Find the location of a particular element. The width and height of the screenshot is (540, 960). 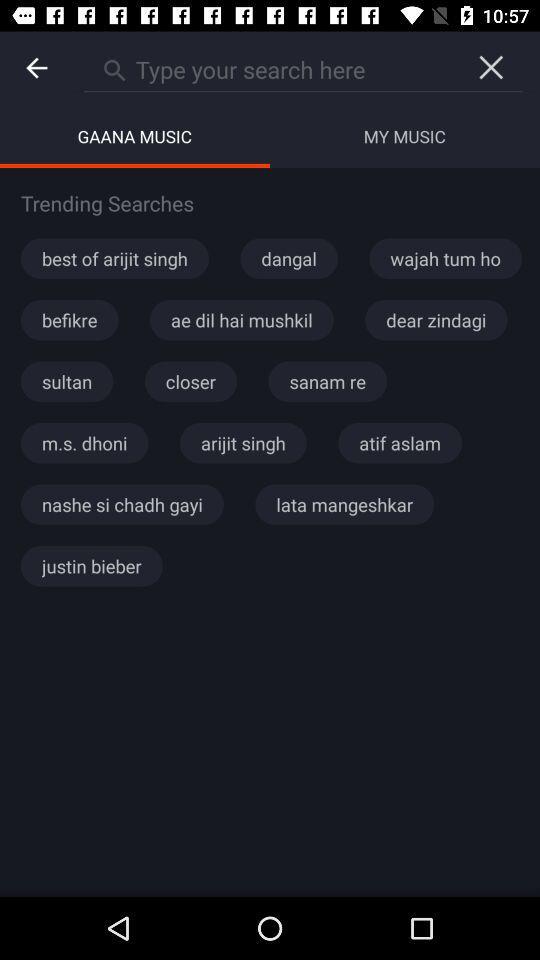

the dangal app is located at coordinates (288, 257).